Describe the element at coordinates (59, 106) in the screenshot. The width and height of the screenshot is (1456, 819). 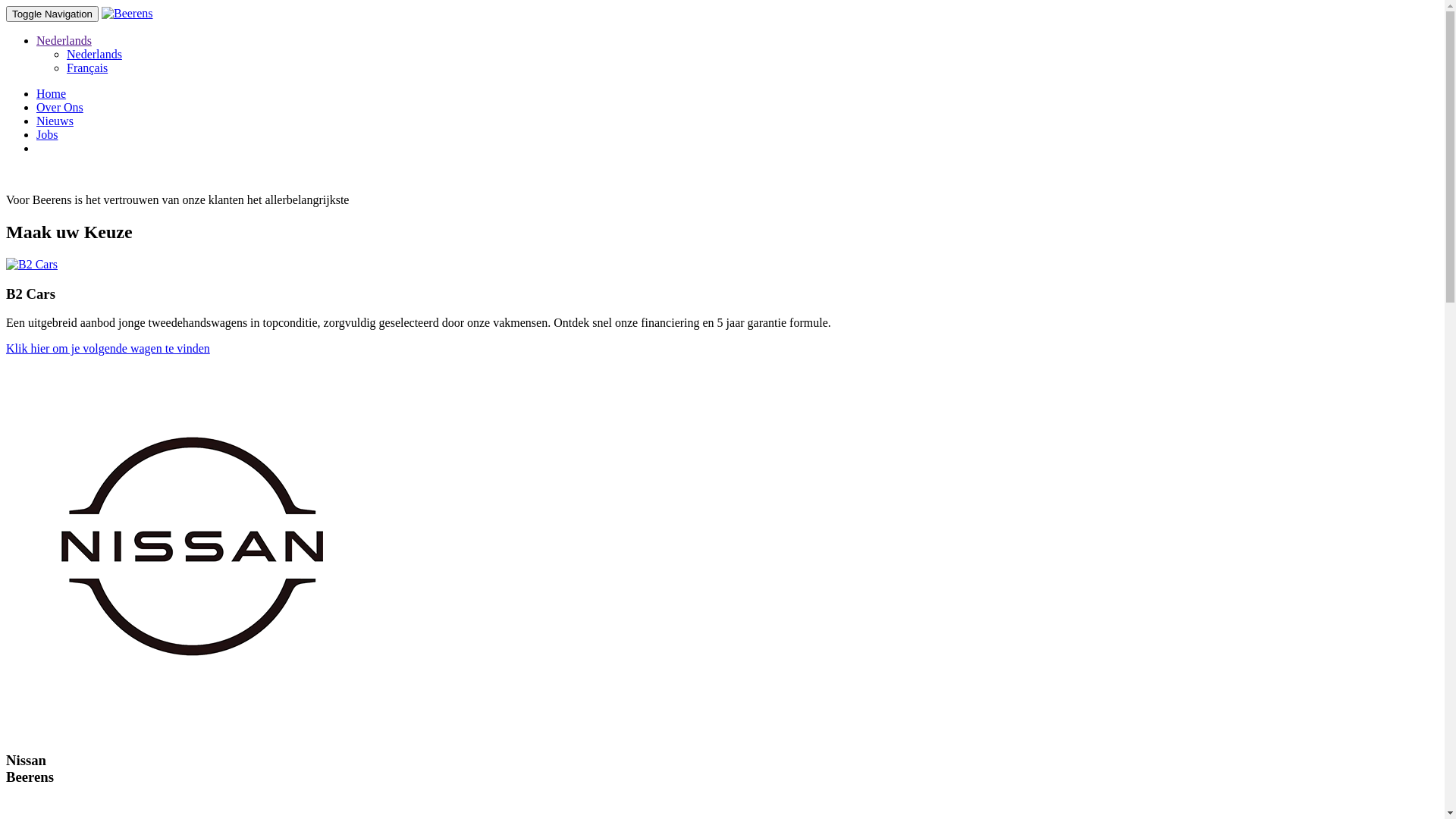
I see `'Over Ons'` at that location.